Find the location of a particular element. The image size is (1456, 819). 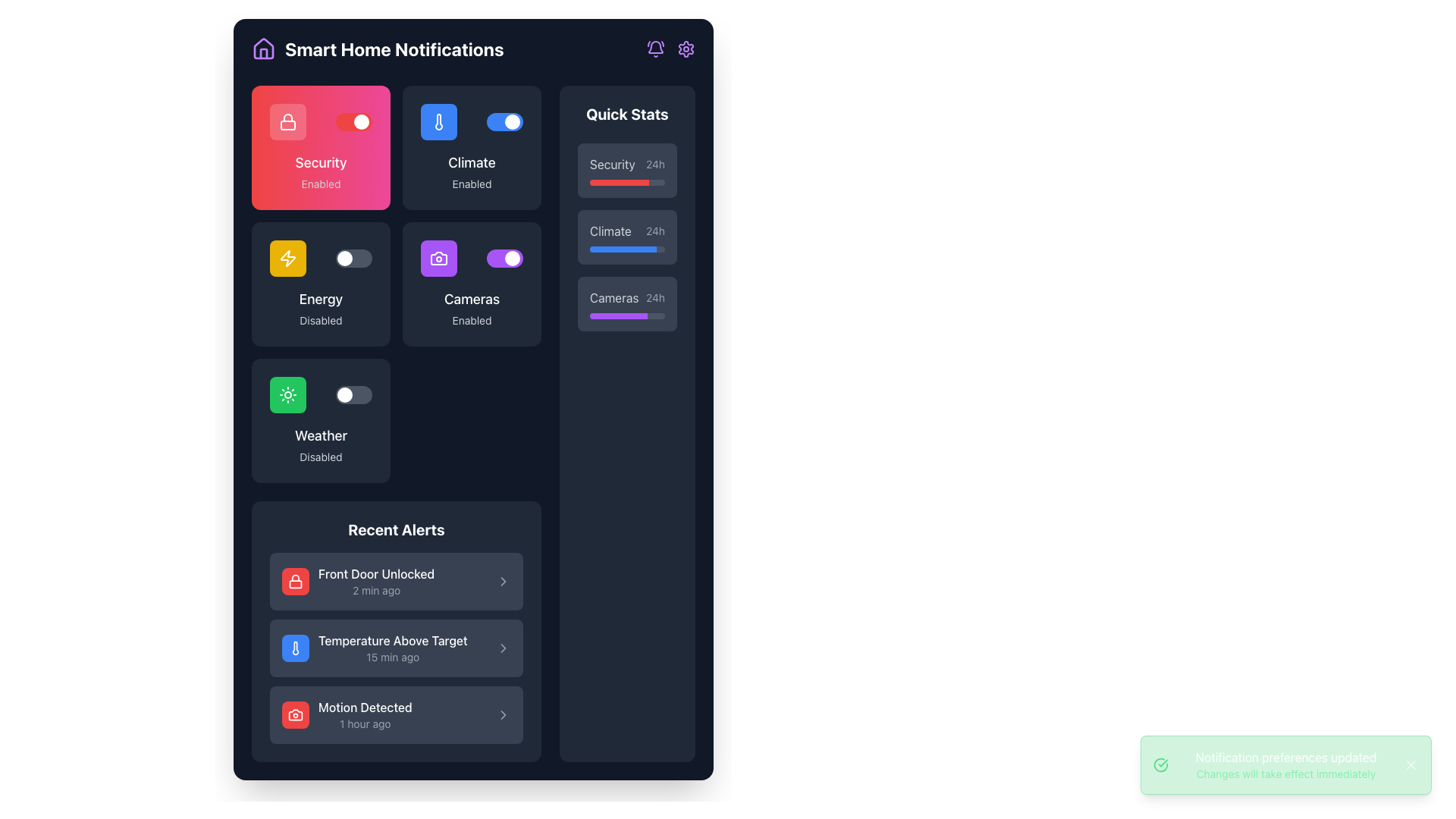

text label located in the 'Quick Stats' section, which provides context to the associated progress bar and time frame is located at coordinates (610, 231).